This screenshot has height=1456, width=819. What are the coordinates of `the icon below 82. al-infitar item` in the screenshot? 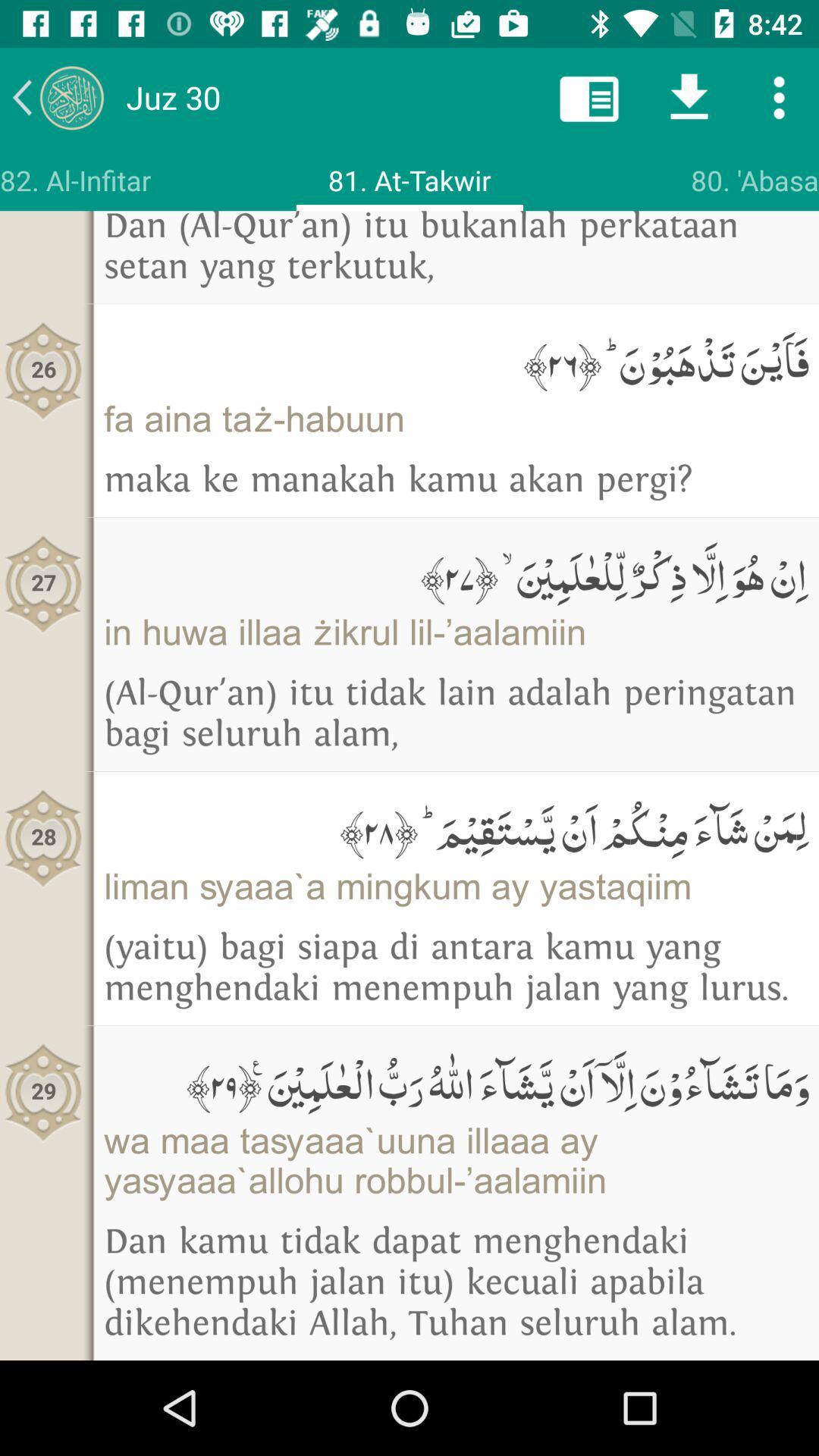 It's located at (42, 371).